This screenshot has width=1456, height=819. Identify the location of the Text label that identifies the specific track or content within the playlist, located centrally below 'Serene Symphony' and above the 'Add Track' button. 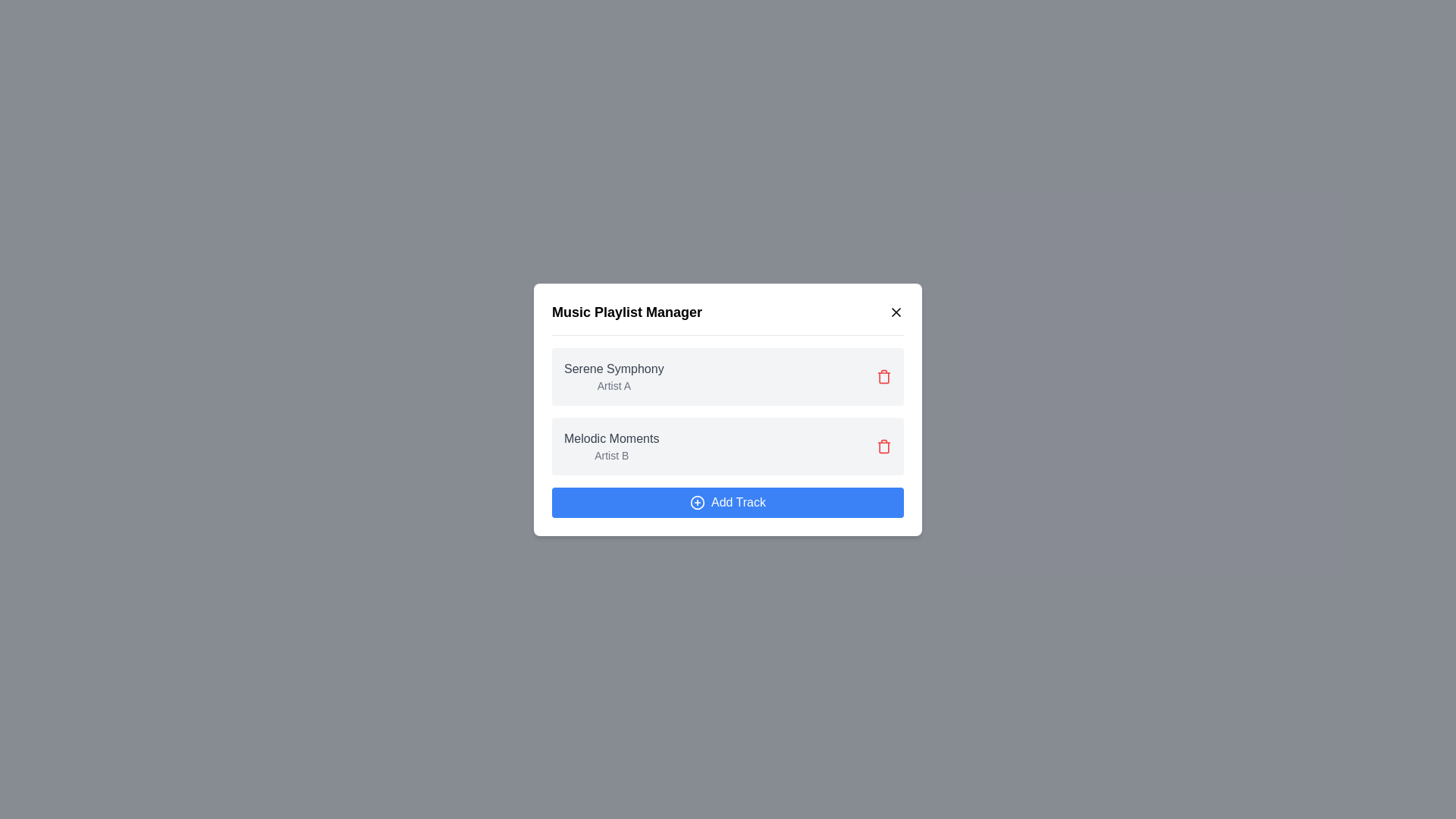
(611, 438).